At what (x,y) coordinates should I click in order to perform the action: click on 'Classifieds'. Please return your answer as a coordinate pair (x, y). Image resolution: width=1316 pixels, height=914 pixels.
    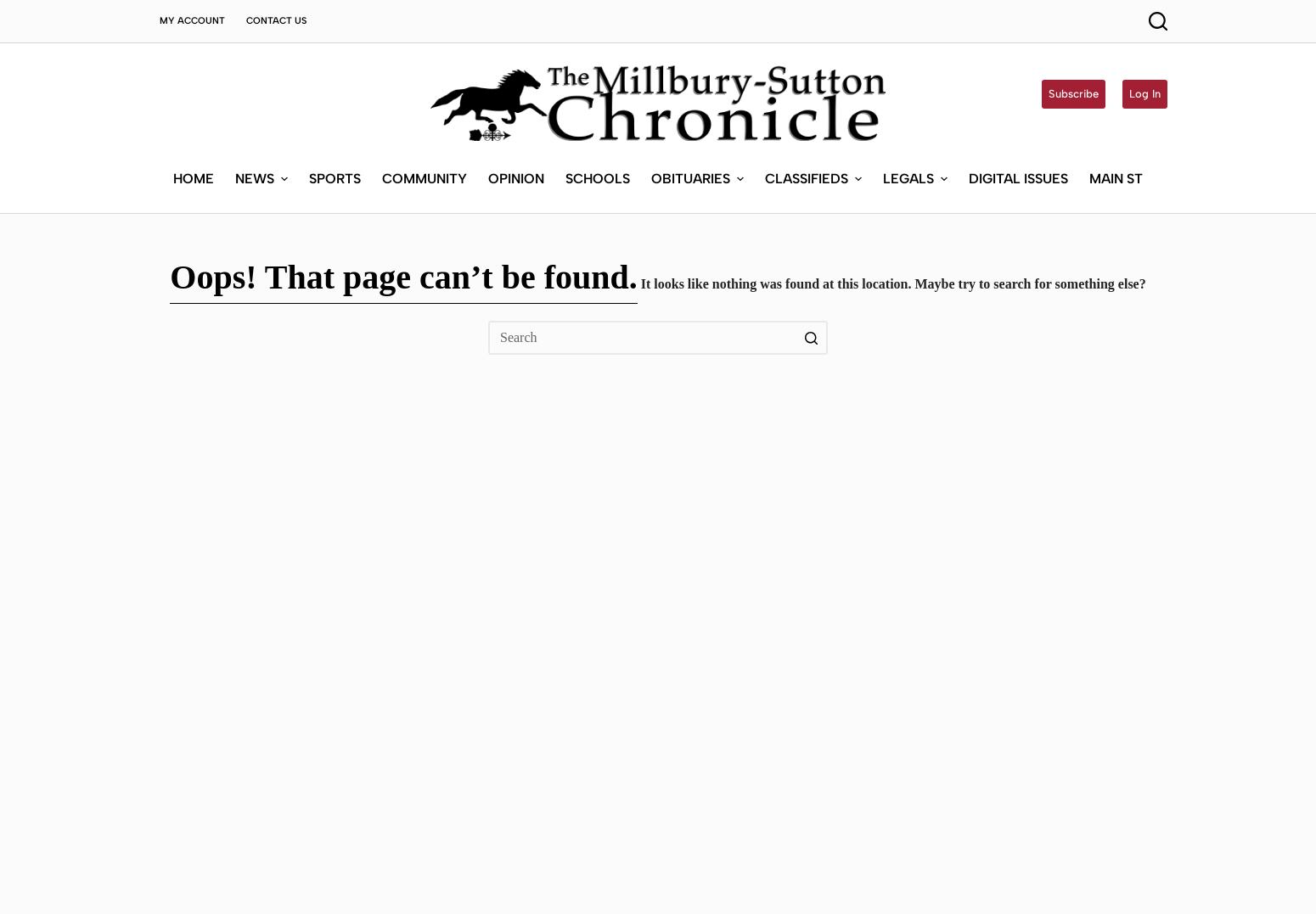
    Looking at the image, I should click on (765, 53).